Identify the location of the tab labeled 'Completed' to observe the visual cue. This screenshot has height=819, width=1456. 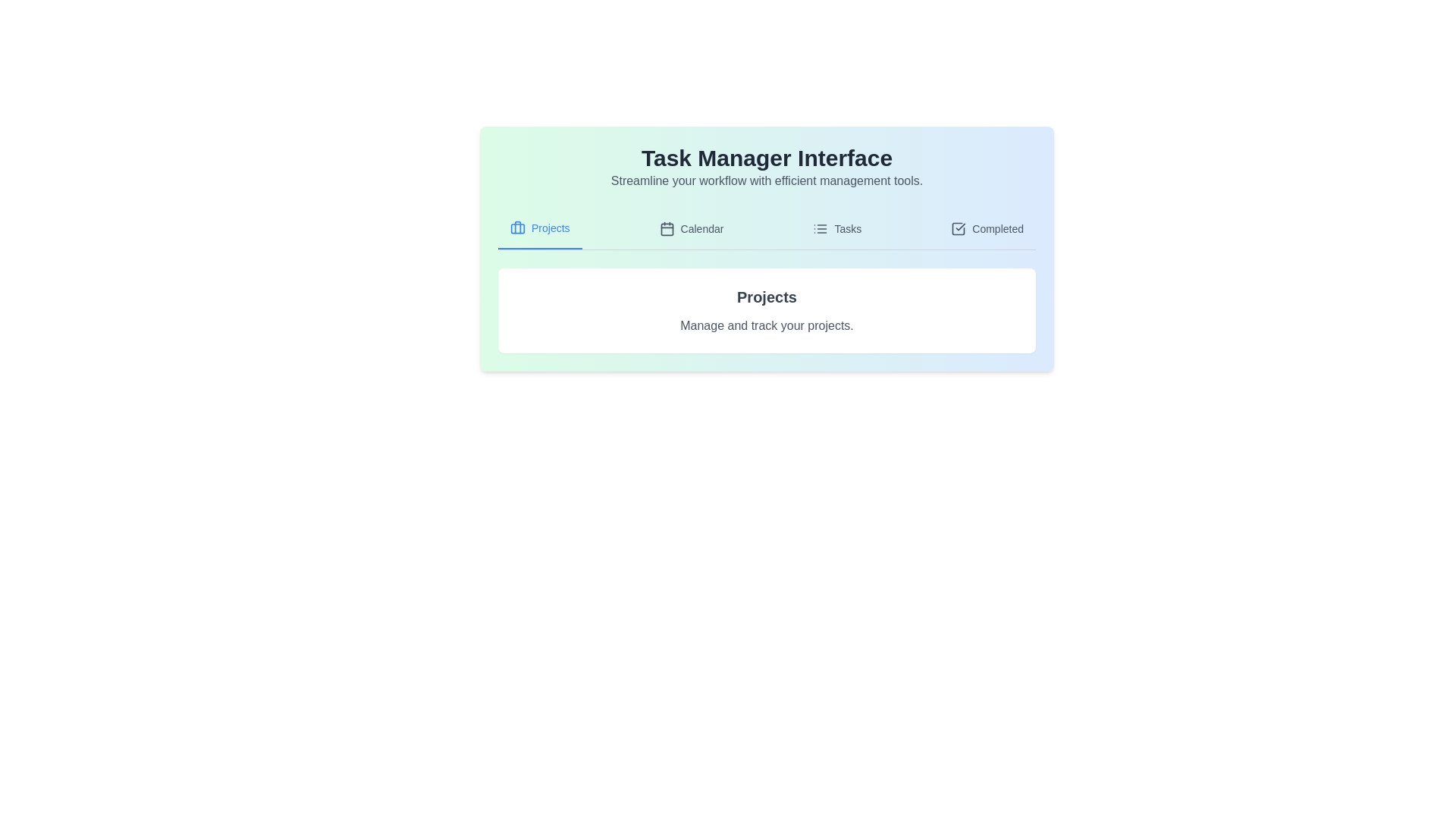
(987, 228).